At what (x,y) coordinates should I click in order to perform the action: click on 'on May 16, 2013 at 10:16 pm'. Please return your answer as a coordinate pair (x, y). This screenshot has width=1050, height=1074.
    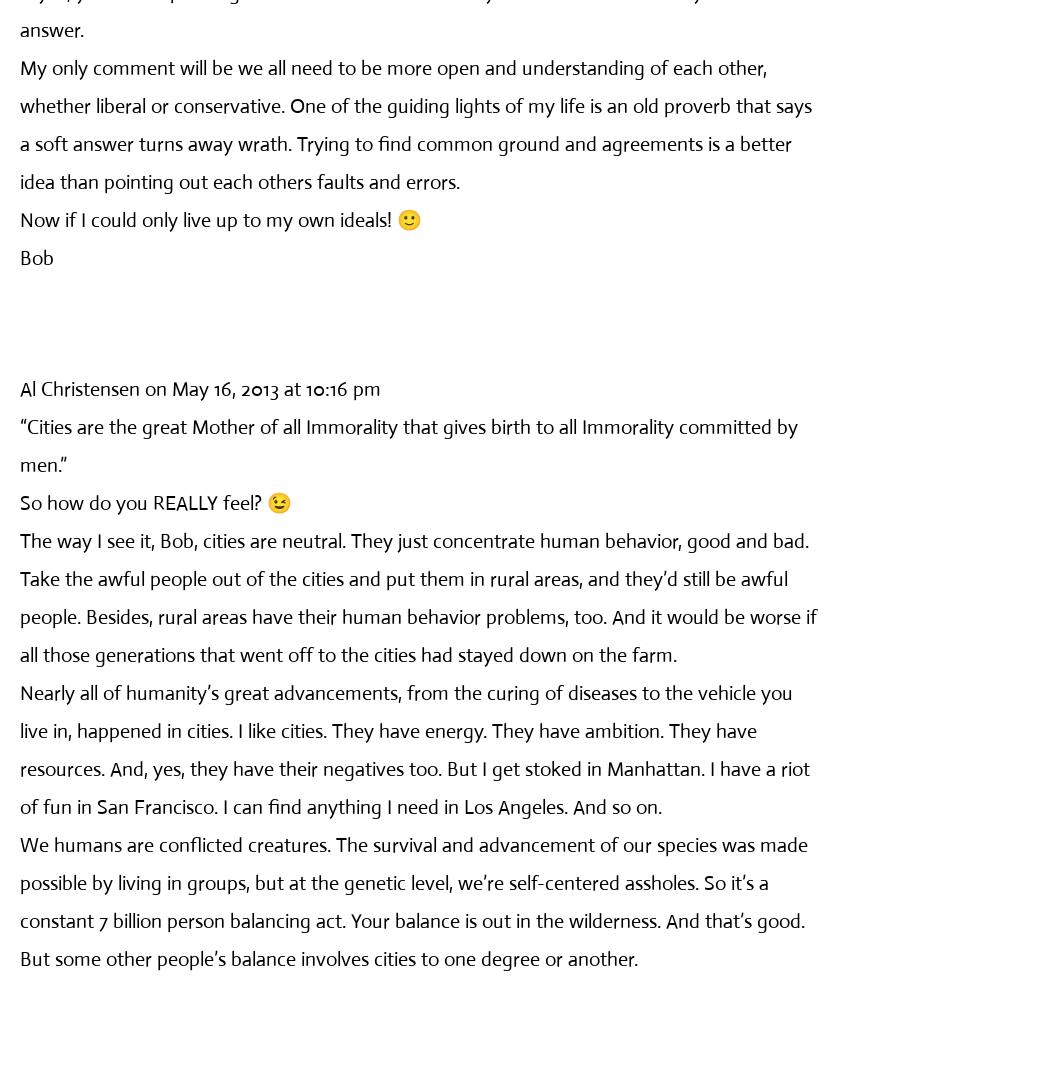
    Looking at the image, I should click on (144, 388).